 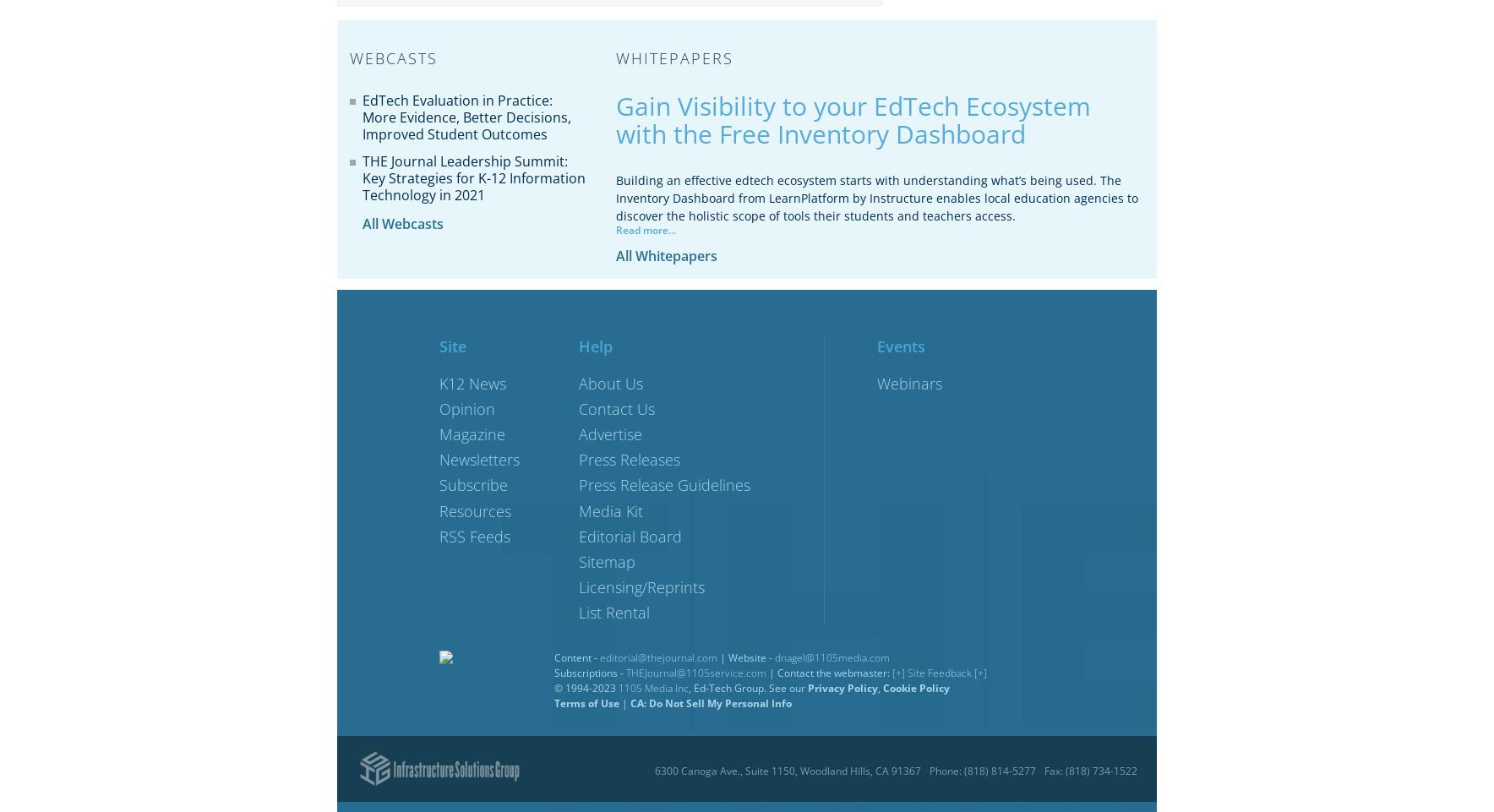 What do you see at coordinates (982, 771) in the screenshot?
I see `'Phone: (818) 814-5277'` at bounding box center [982, 771].